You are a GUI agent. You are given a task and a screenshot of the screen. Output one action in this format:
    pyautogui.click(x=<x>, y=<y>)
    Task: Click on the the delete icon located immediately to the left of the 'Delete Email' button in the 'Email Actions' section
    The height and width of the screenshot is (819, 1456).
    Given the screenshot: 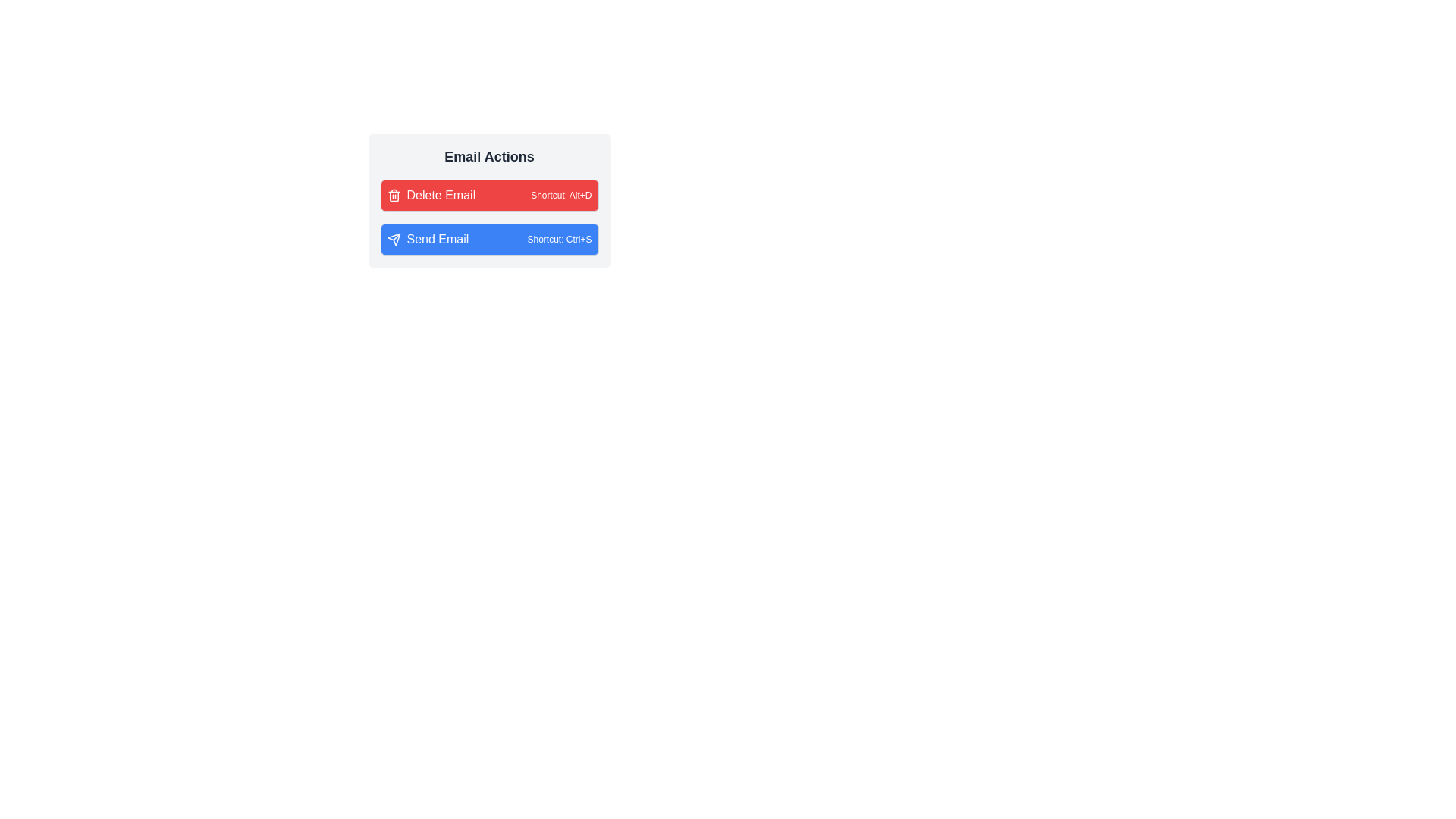 What is the action you would take?
    pyautogui.click(x=394, y=195)
    